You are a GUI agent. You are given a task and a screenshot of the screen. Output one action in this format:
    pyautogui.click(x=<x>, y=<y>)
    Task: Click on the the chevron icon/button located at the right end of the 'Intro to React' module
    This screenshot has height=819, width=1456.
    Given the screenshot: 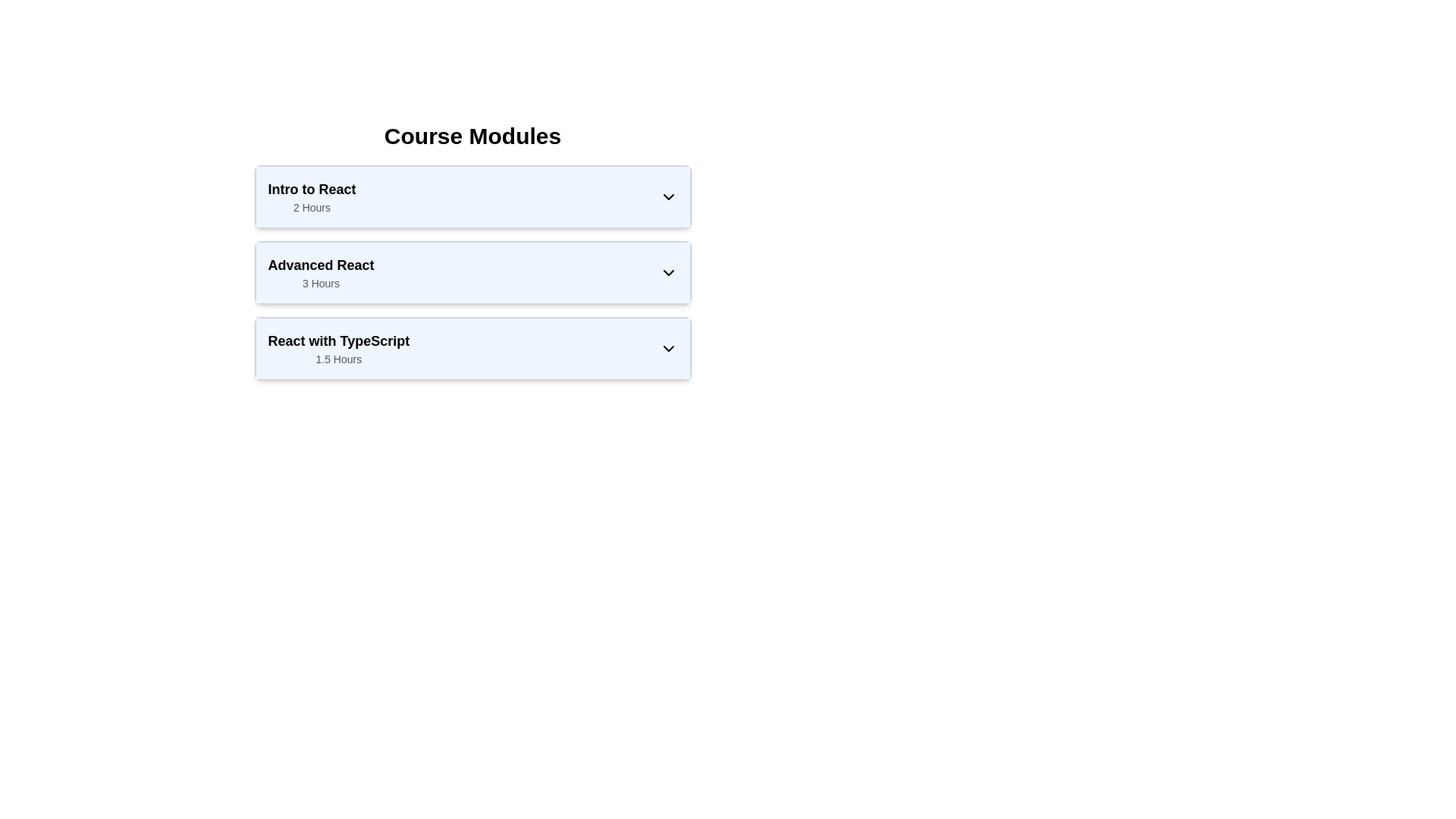 What is the action you would take?
    pyautogui.click(x=667, y=196)
    